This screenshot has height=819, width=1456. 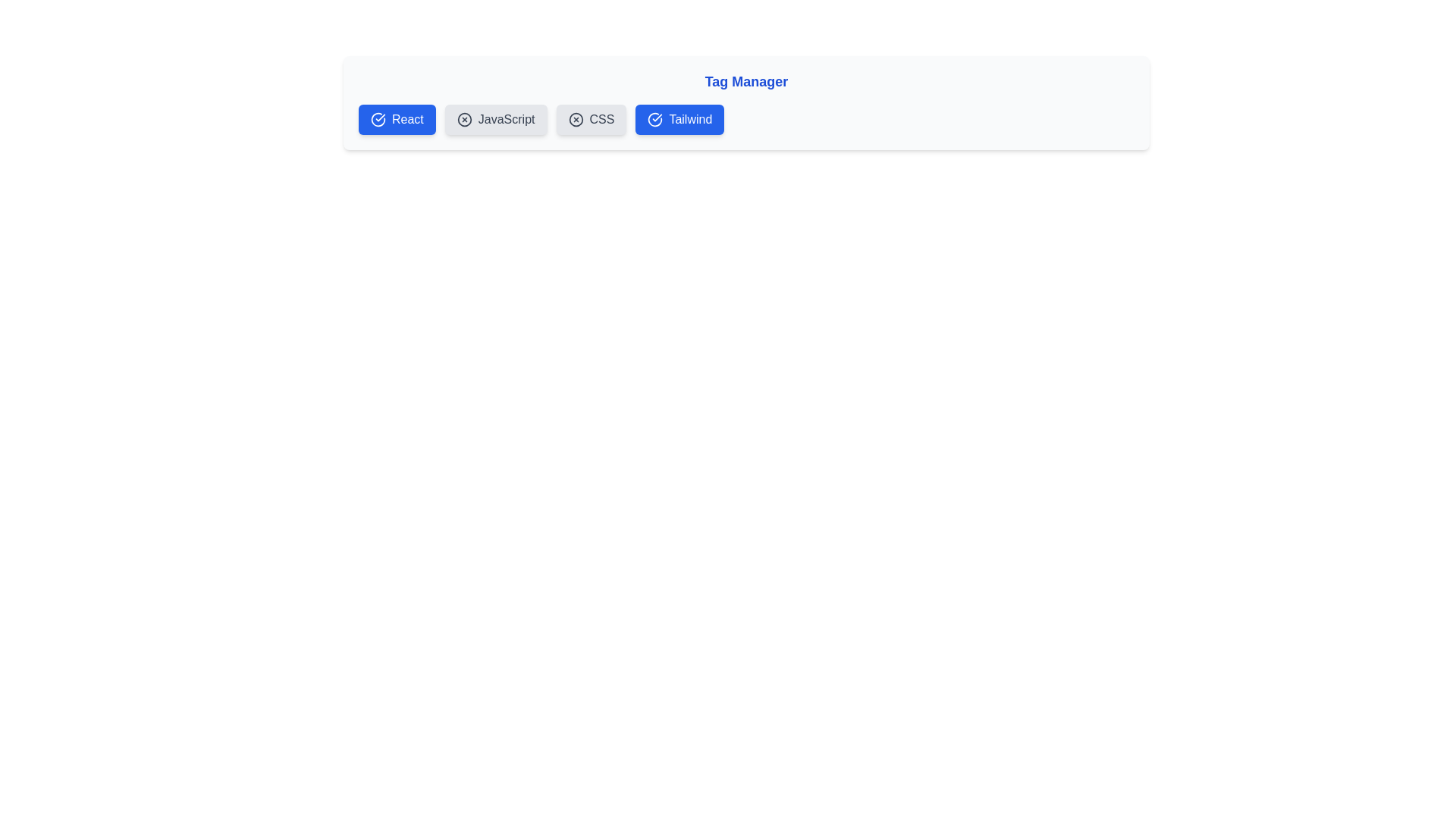 I want to click on the tag labeled Tailwind to observe hover effects, so click(x=679, y=119).